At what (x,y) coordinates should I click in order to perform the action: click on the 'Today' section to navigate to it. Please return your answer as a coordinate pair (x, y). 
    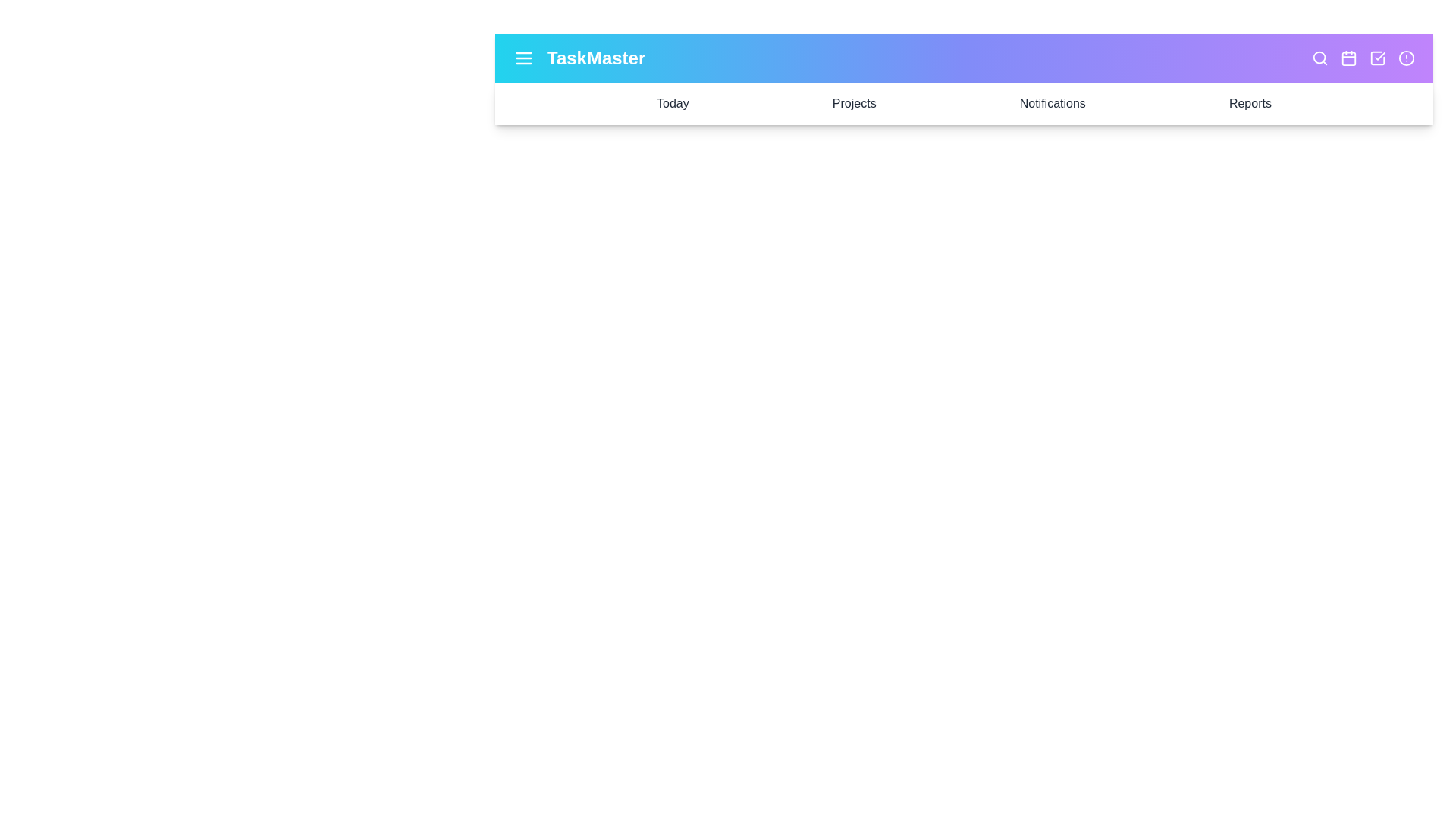
    Looking at the image, I should click on (672, 103).